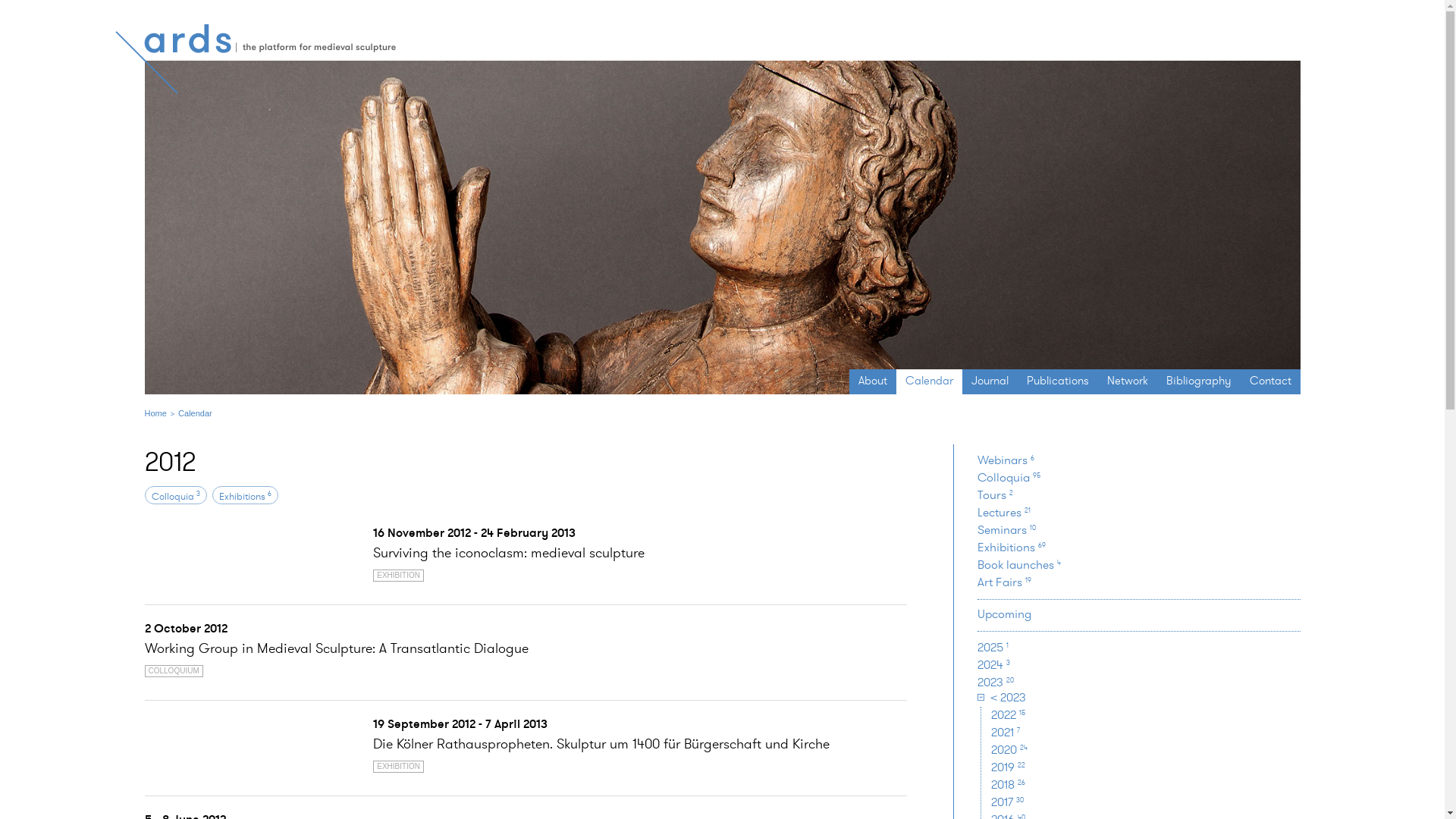 The height and width of the screenshot is (819, 1456). Describe the element at coordinates (1270, 379) in the screenshot. I see `'Contact'` at that location.